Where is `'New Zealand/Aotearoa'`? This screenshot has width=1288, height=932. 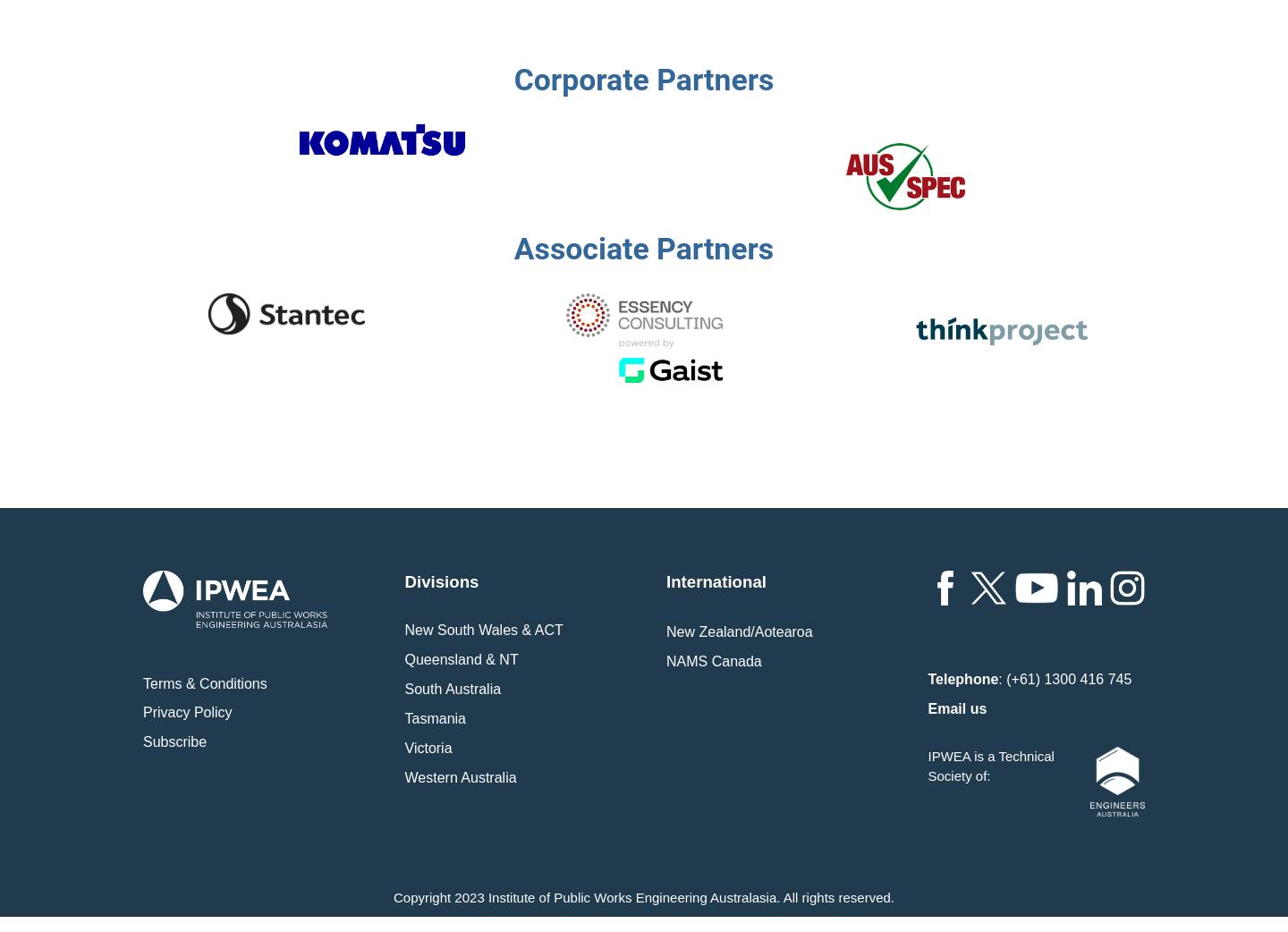
'New Zealand/Aotearoa' is located at coordinates (739, 630).